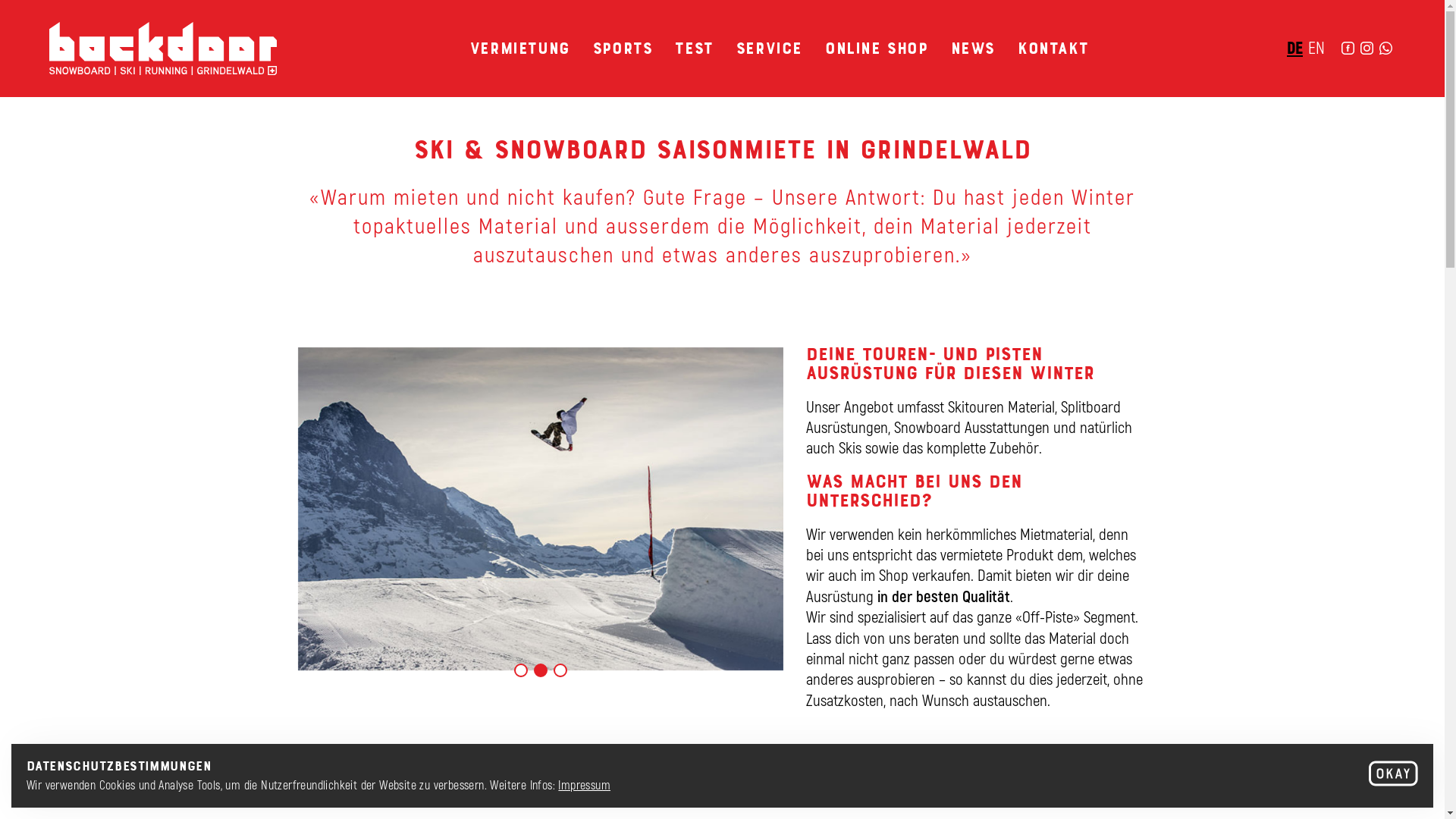 Image resolution: width=1456 pixels, height=819 pixels. I want to click on 'Sports', so click(623, 45).